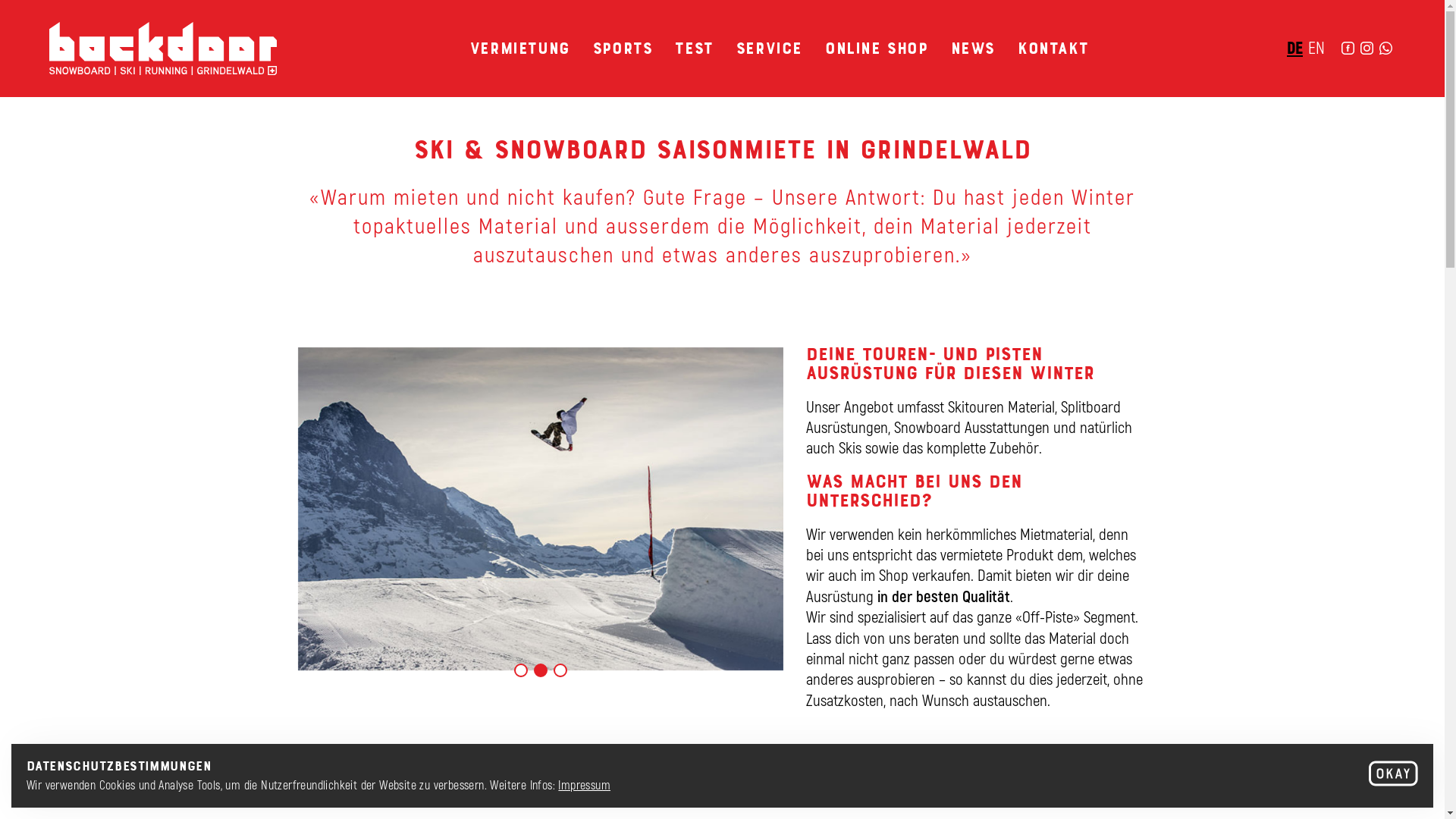 Image resolution: width=1456 pixels, height=819 pixels. I want to click on 'Sports', so click(623, 45).